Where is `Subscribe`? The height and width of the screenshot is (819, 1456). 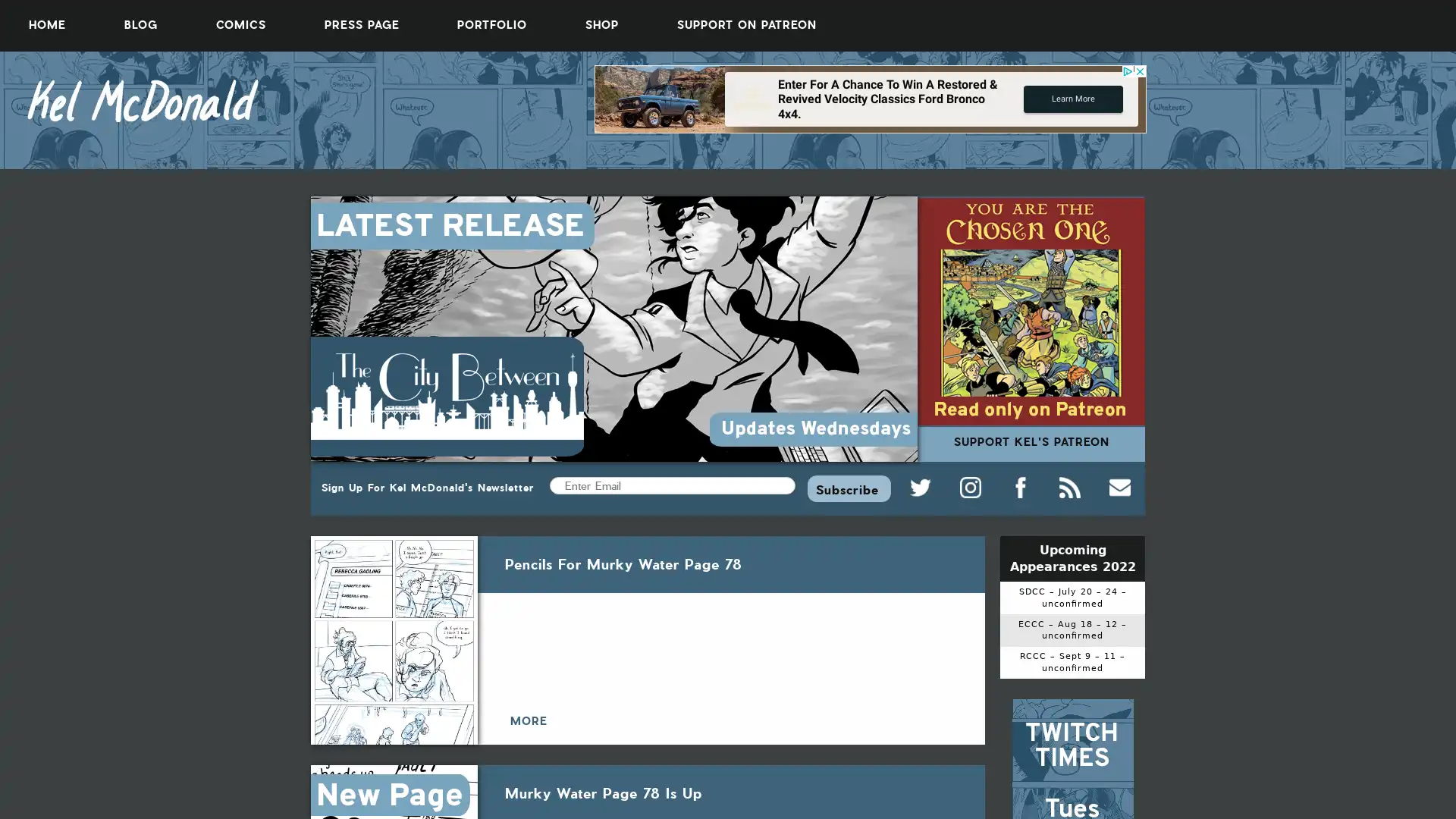
Subscribe is located at coordinates (848, 488).